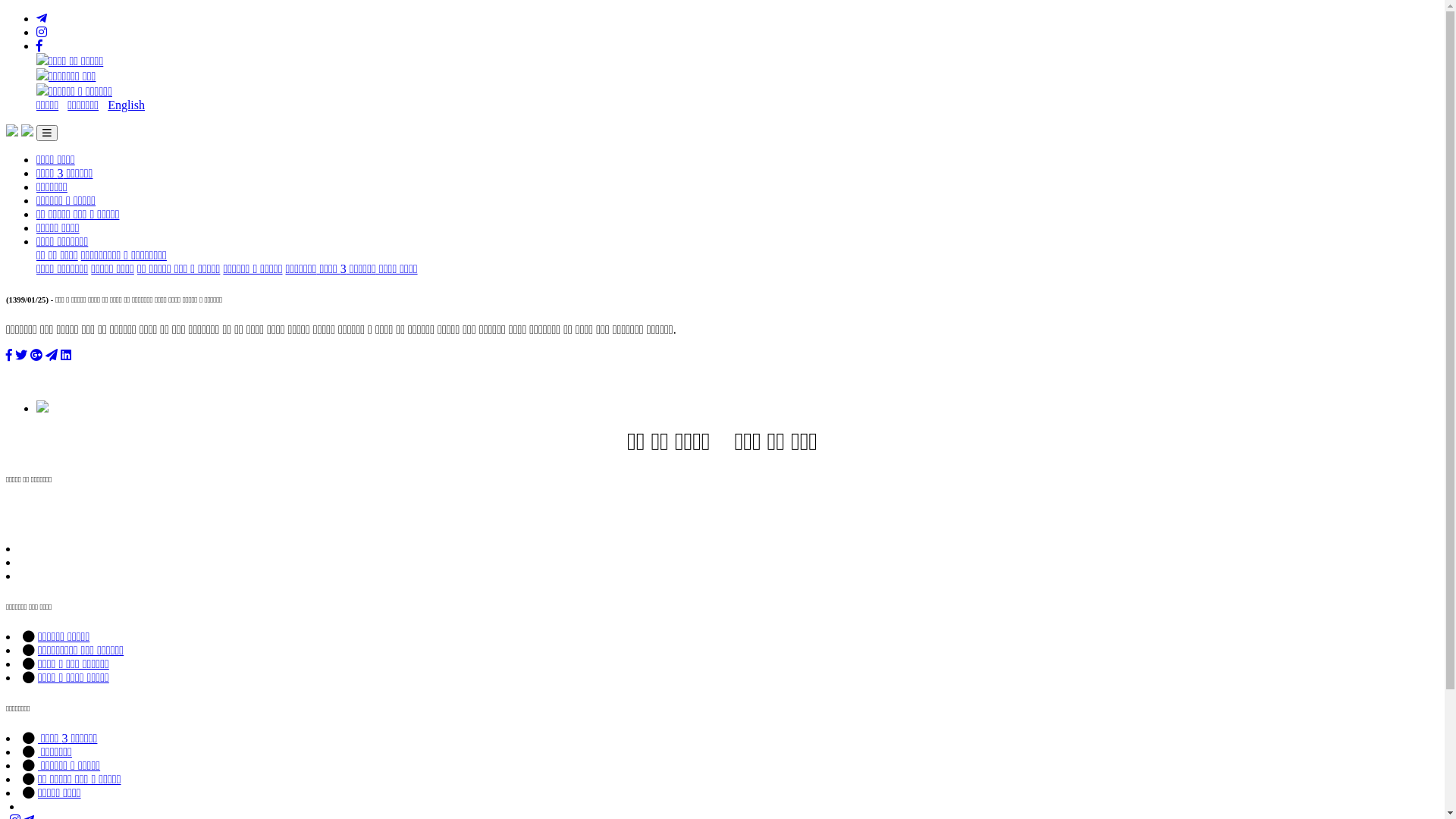  Describe the element at coordinates (126, 104) in the screenshot. I see `'English'` at that location.